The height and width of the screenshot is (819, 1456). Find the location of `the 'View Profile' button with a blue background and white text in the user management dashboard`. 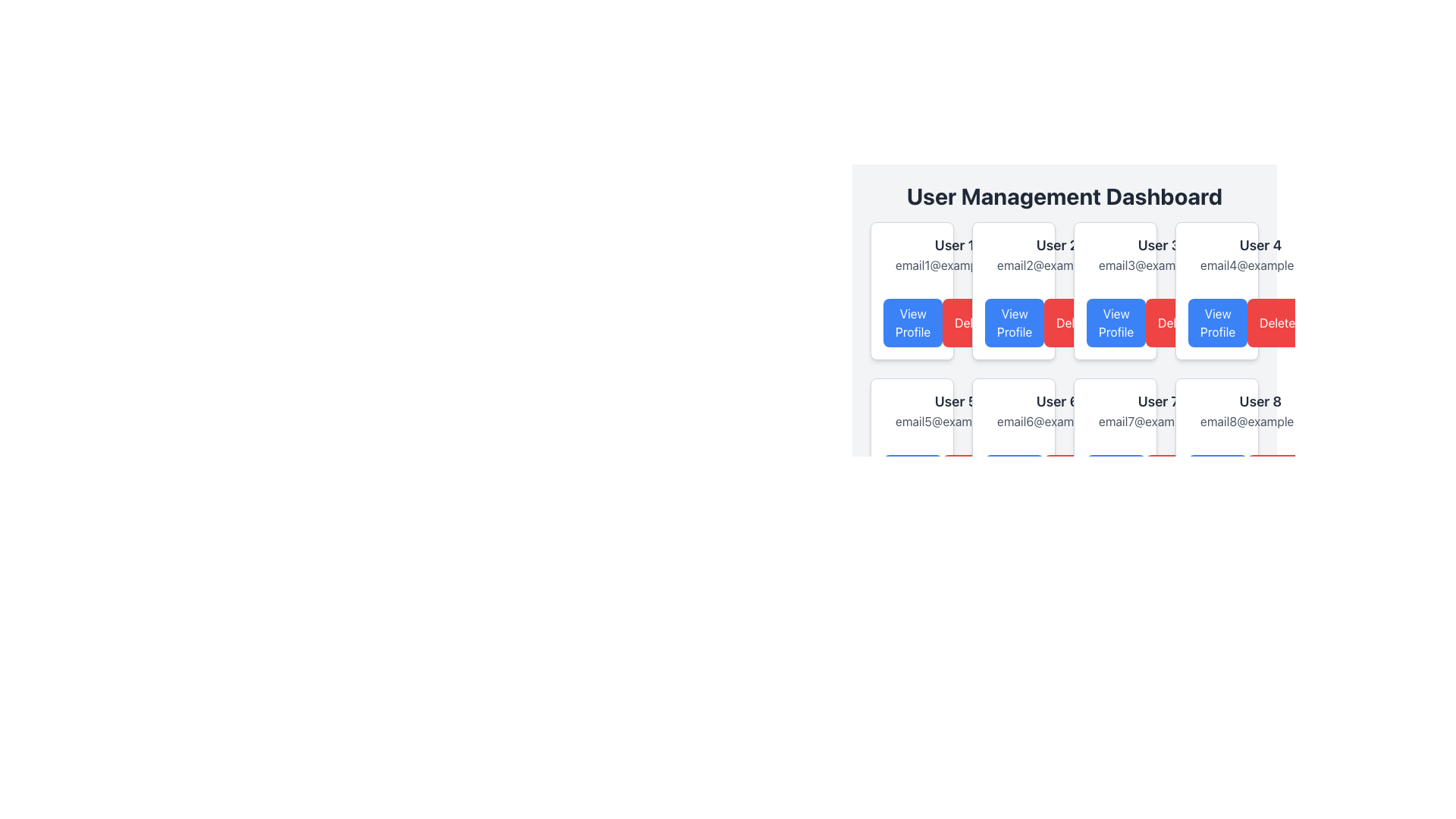

the 'View Profile' button with a blue background and white text in the user management dashboard is located at coordinates (1015, 322).